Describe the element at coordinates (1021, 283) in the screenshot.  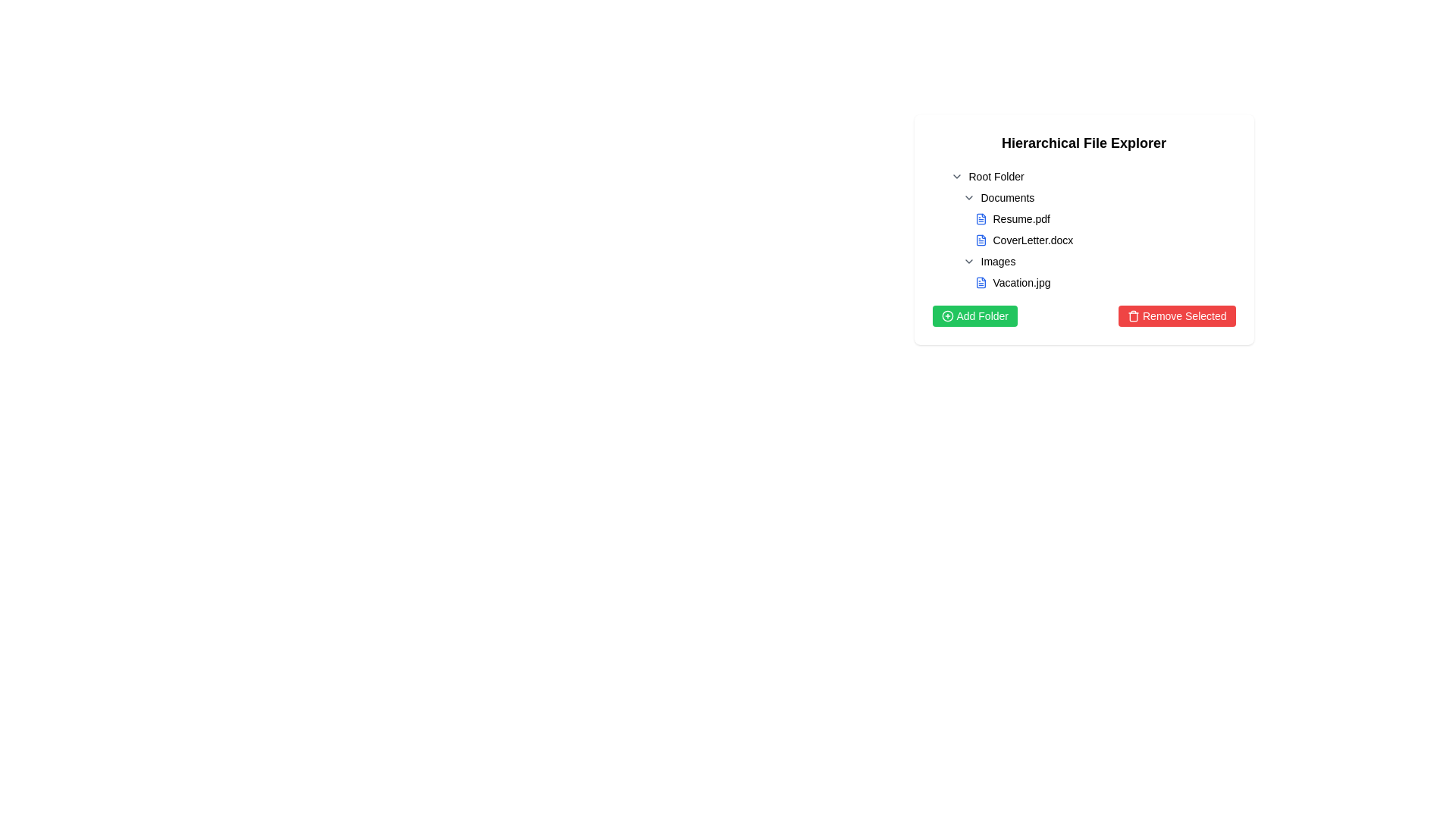
I see `the text label 'Vacation.jpg' located within the 'Images' folder section of the file explorer` at that location.